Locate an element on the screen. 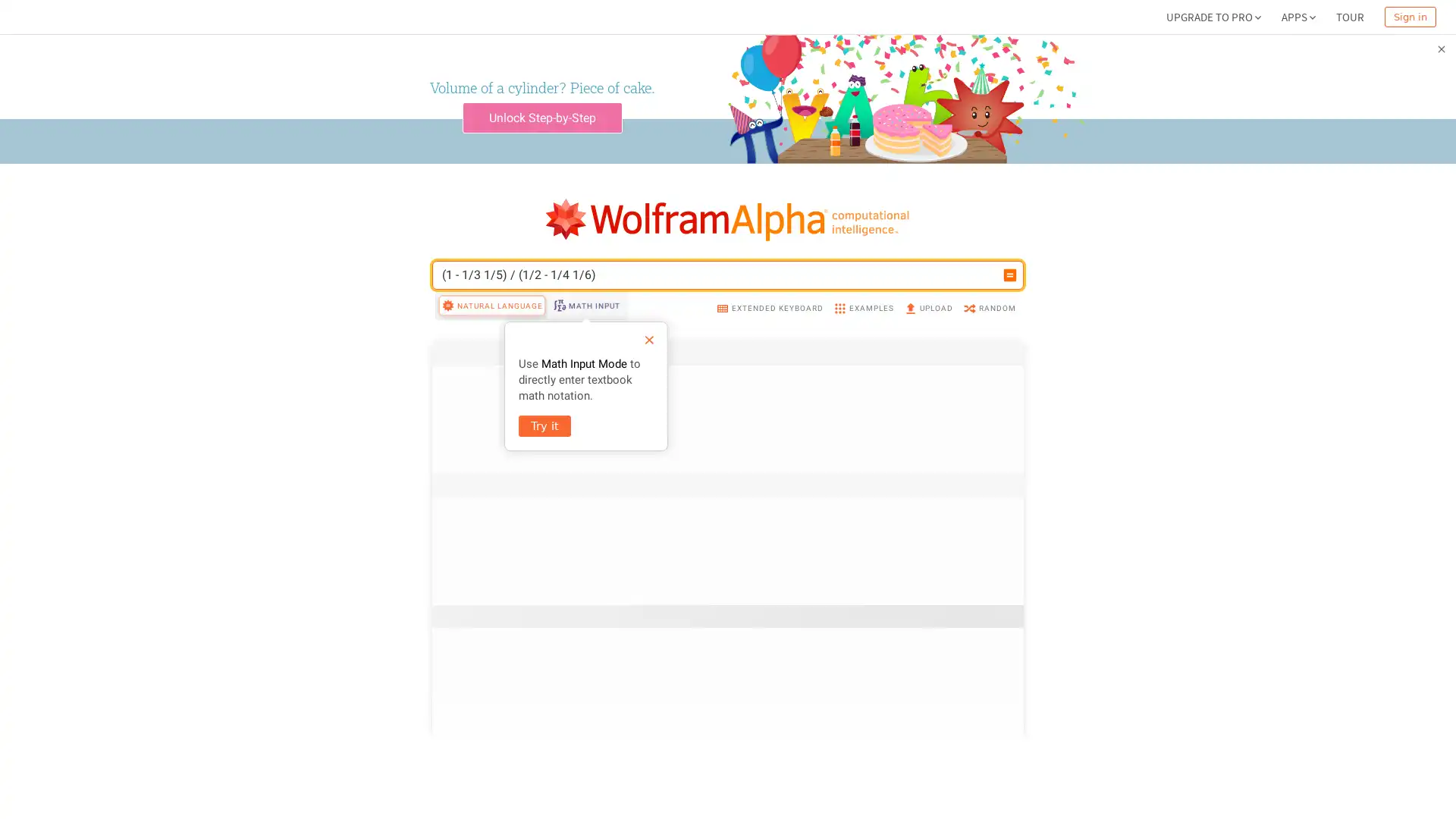  Sign in is located at coordinates (1410, 17).